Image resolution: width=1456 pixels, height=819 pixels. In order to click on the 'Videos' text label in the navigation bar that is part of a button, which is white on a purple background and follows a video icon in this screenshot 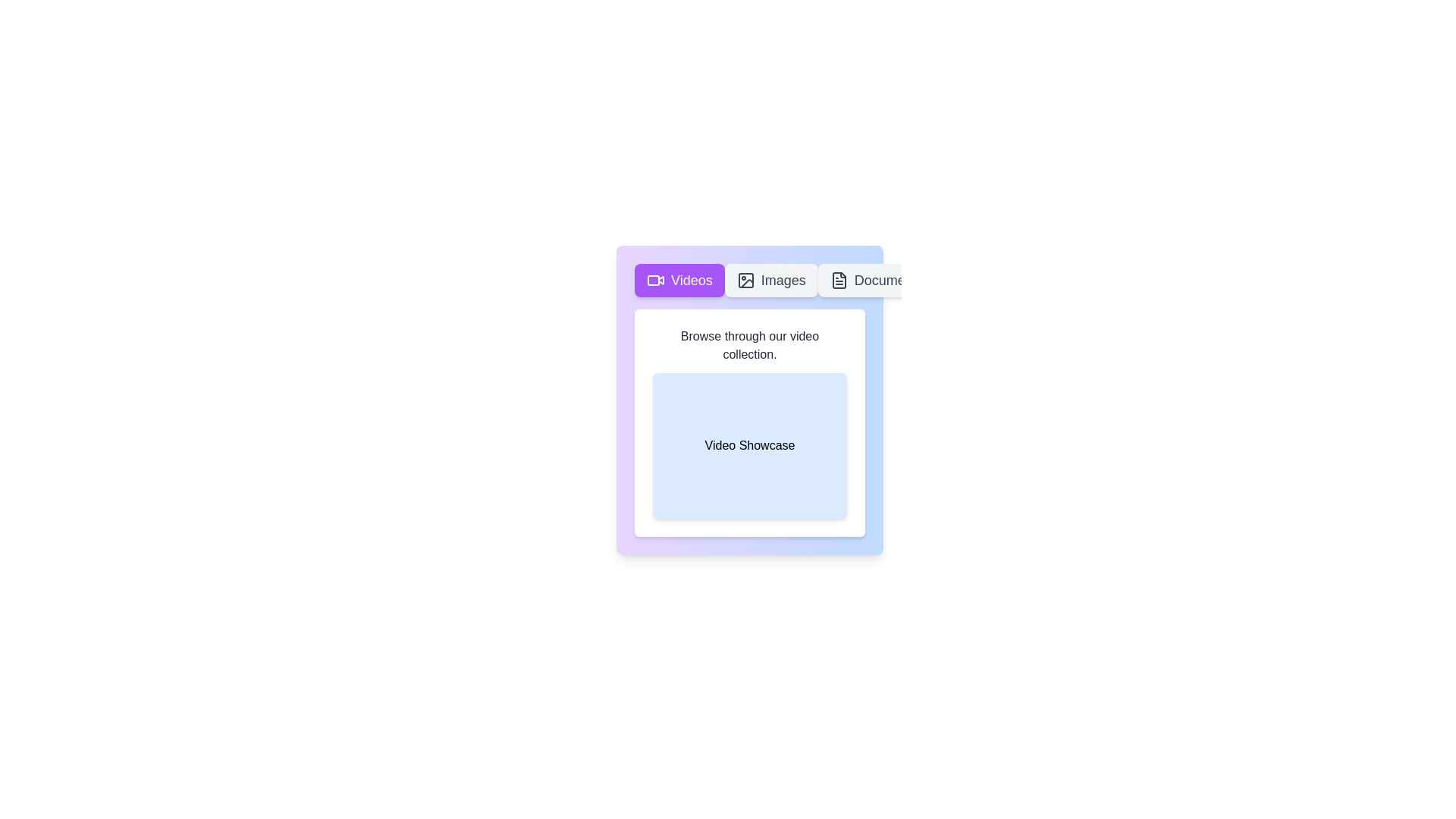, I will do `click(691, 281)`.